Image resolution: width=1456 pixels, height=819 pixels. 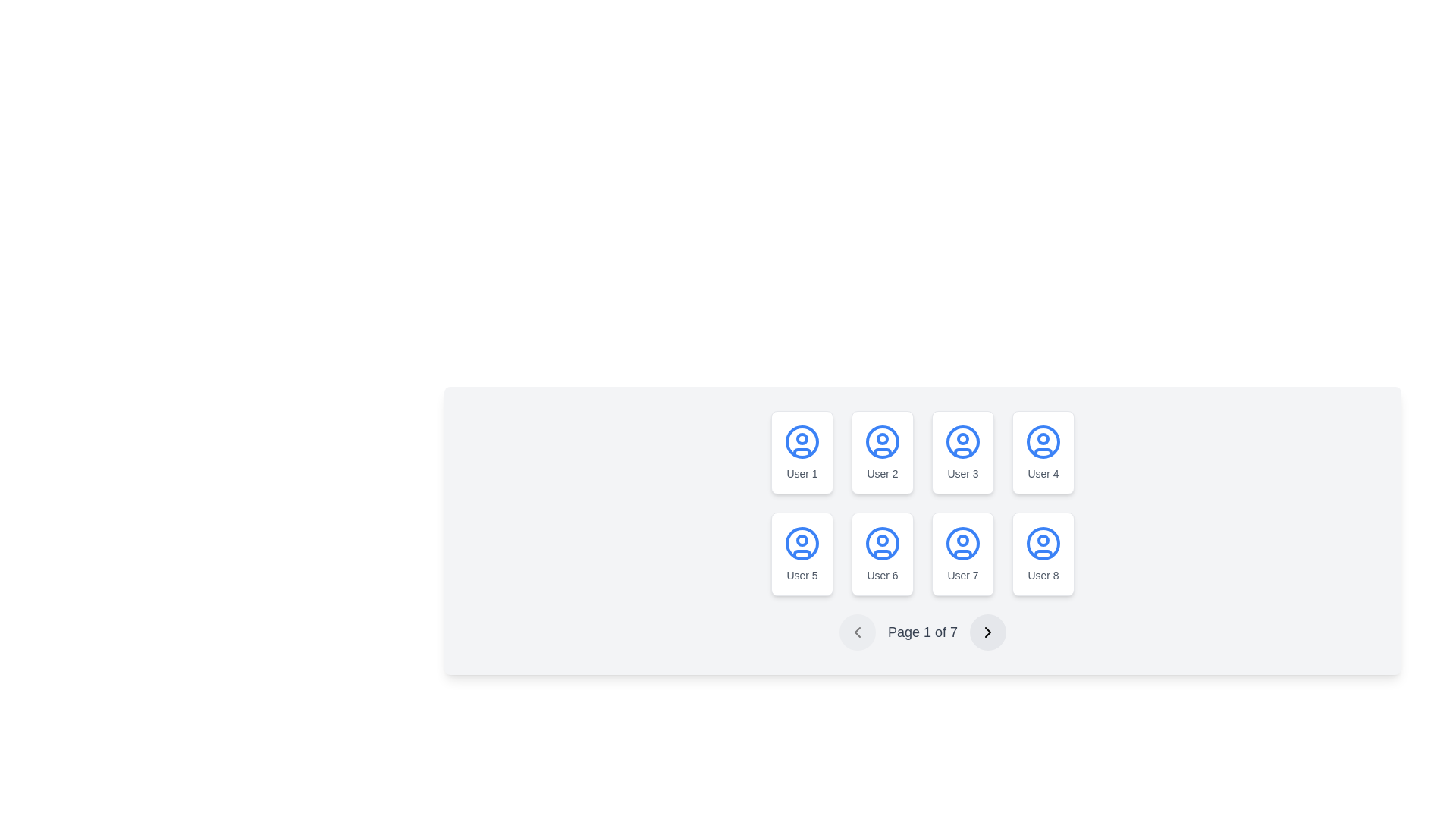 I want to click on the Card element representing 'User 6', which features a blue outlined user icon and the label 'User 6' in gray font, located in the second row and second column of a 4x2 grid, so click(x=882, y=554).